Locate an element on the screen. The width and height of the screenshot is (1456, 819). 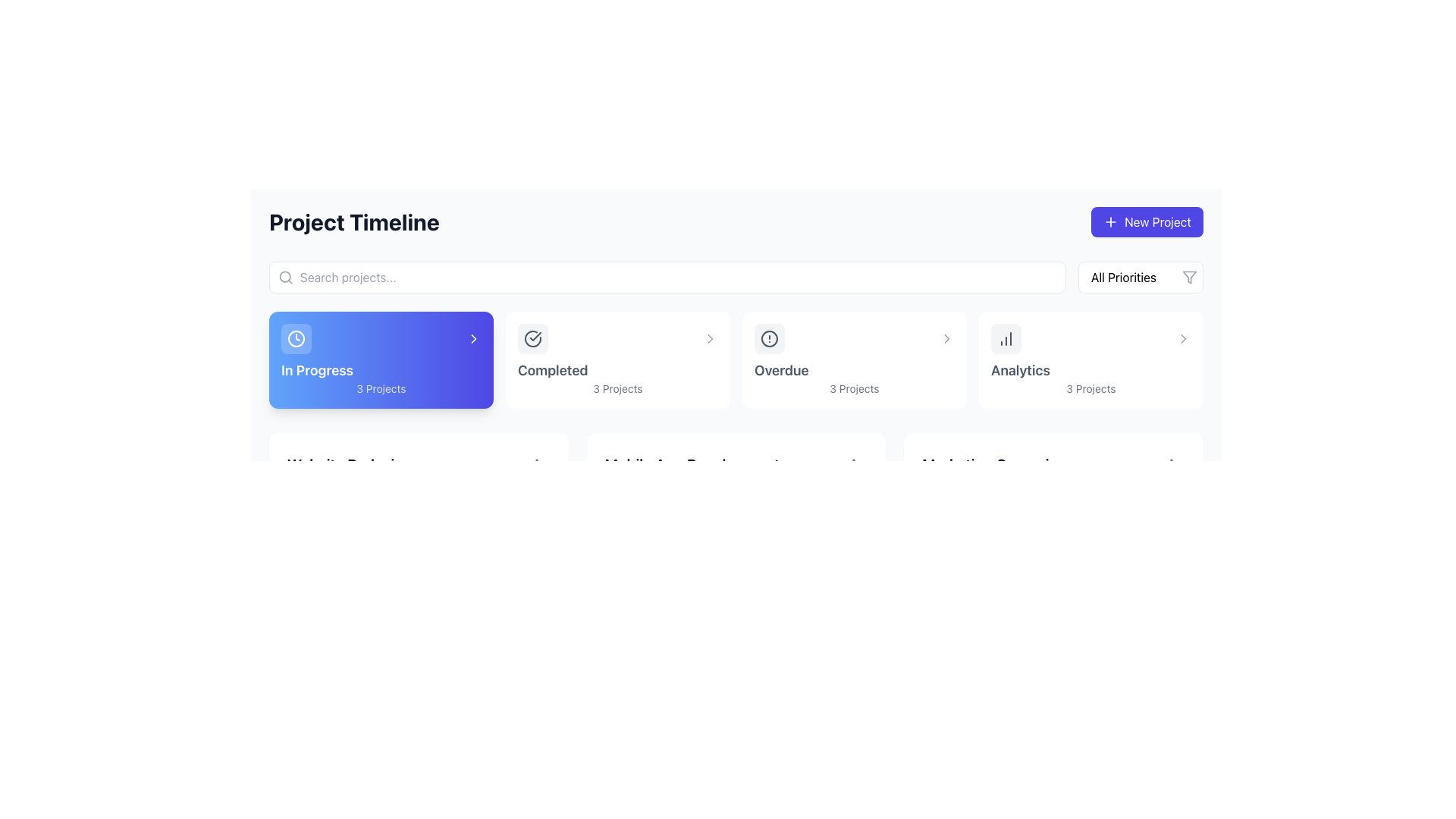
the text label displaying '3 Projects', which is styled in grey and located below the 'Overdue' label within a white card is located at coordinates (855, 388).